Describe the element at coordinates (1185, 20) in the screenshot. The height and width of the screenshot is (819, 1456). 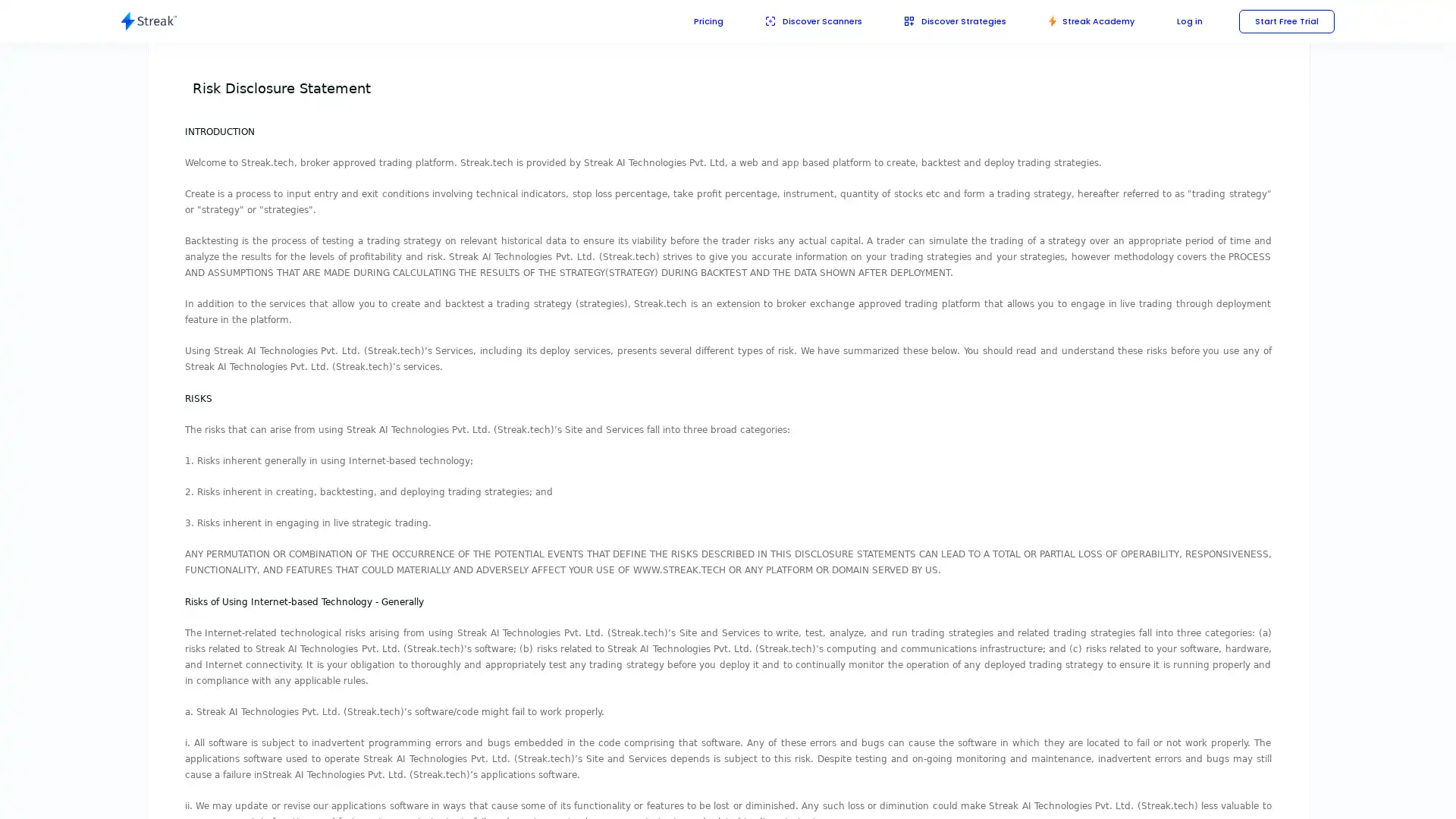
I see `Log in` at that location.